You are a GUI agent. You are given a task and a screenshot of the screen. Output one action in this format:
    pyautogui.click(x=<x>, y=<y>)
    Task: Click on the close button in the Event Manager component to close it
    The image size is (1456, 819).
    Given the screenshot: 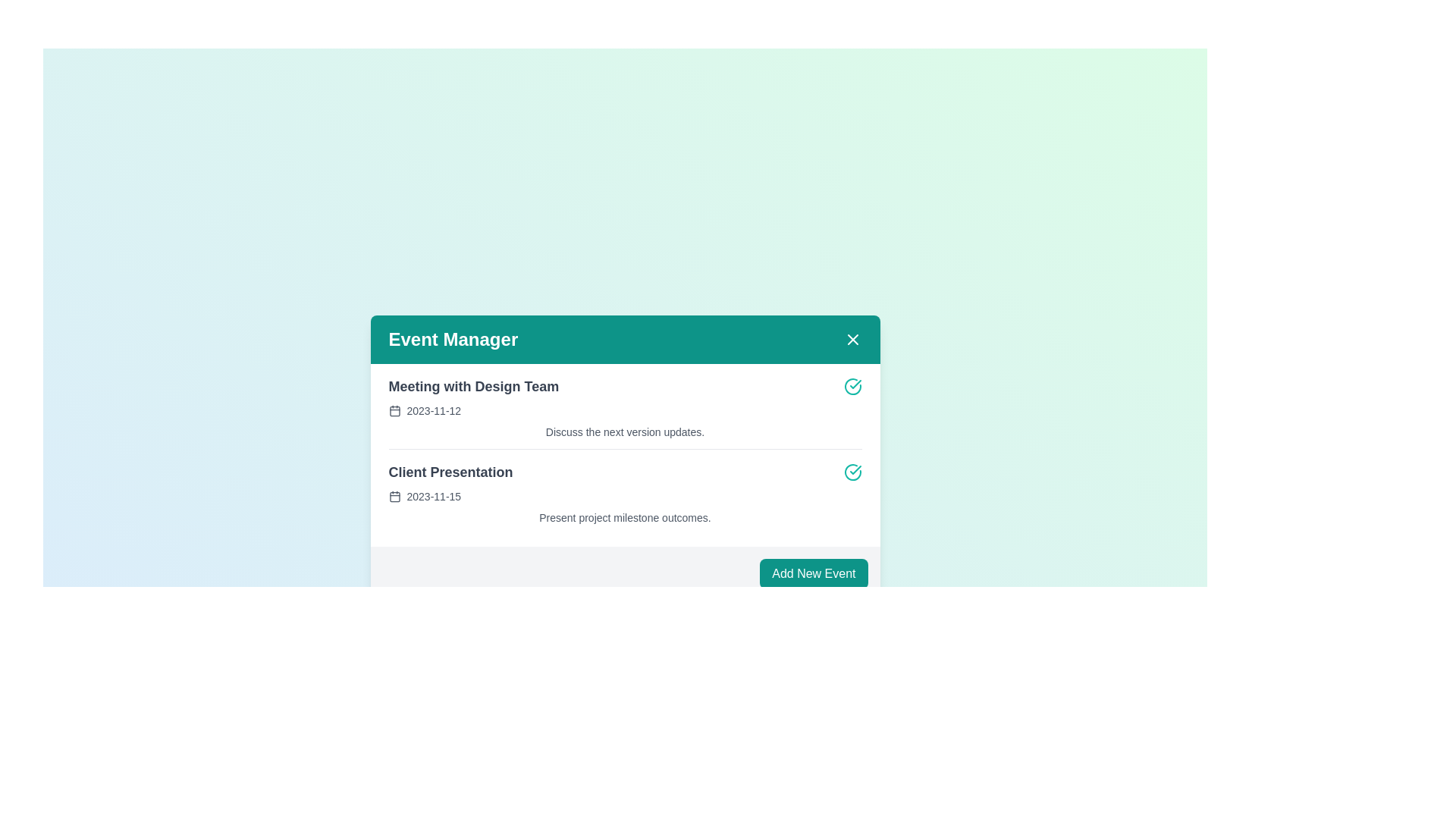 What is the action you would take?
    pyautogui.click(x=852, y=338)
    